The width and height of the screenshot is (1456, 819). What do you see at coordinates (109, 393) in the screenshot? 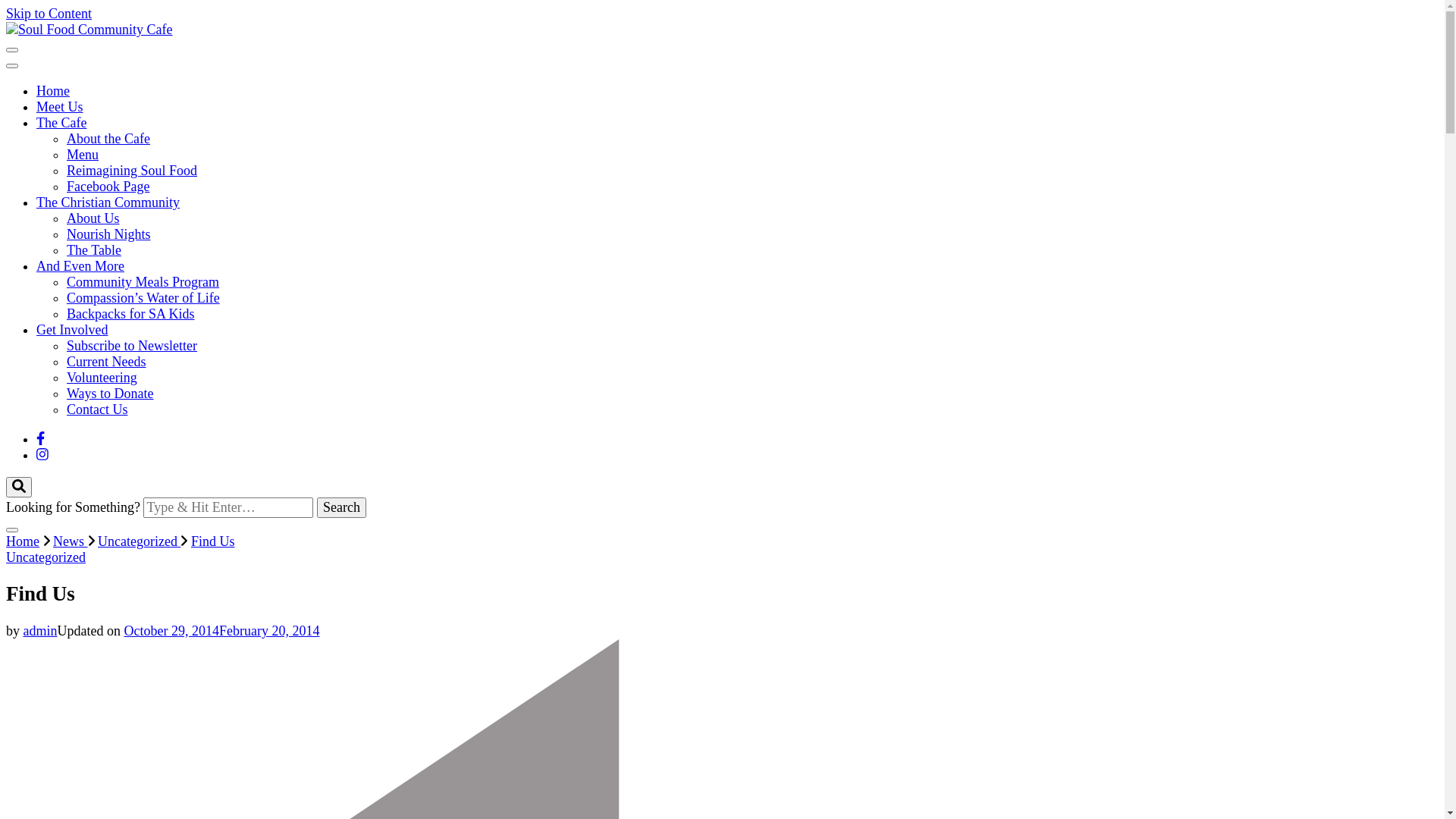
I see `'Ways to Donate'` at bounding box center [109, 393].